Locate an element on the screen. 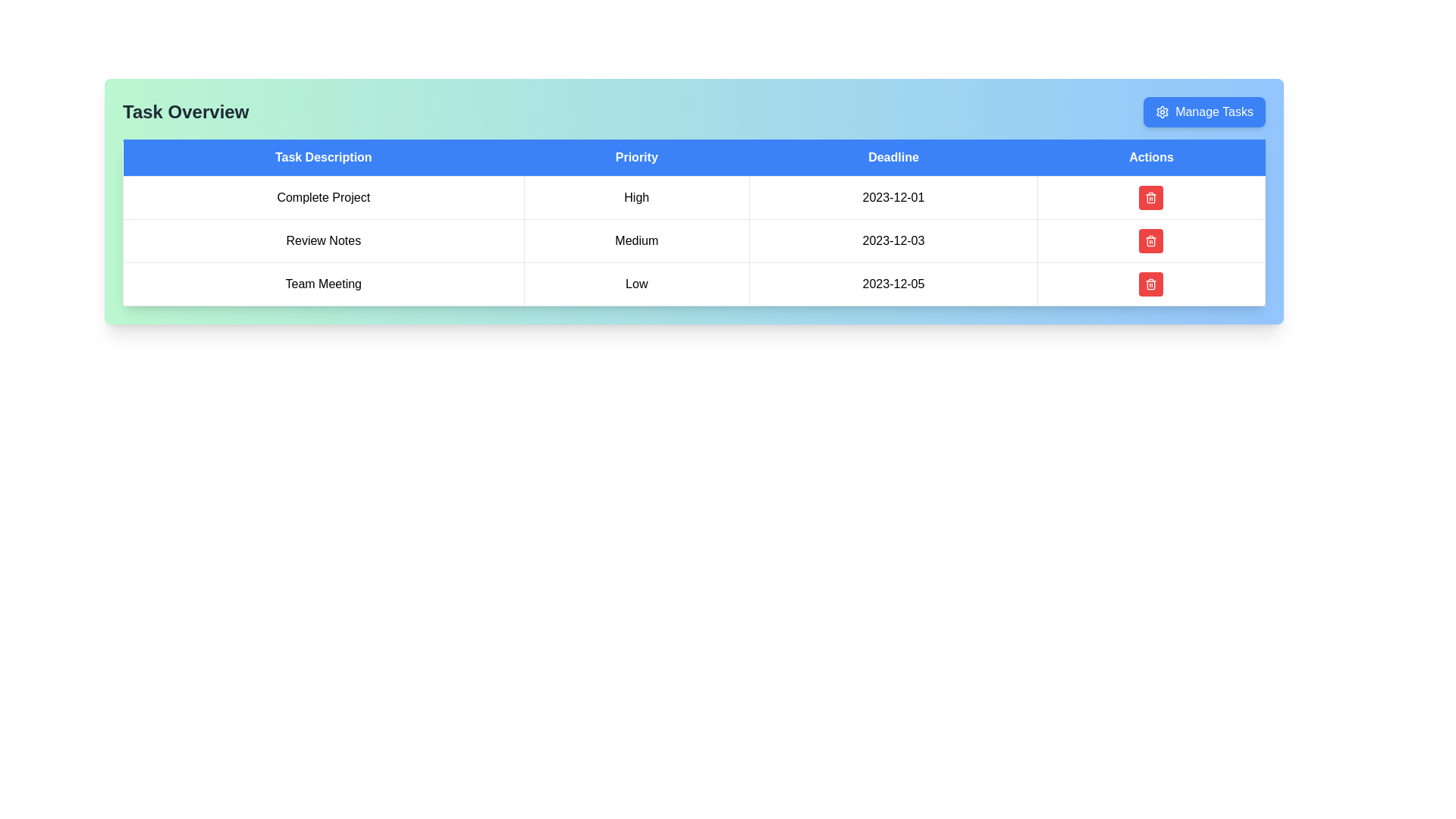 The image size is (1456, 819). the settings icon located within the 'Manage Tasks' button at the top-right corner of the task management interface to initiate an action is located at coordinates (1162, 111).